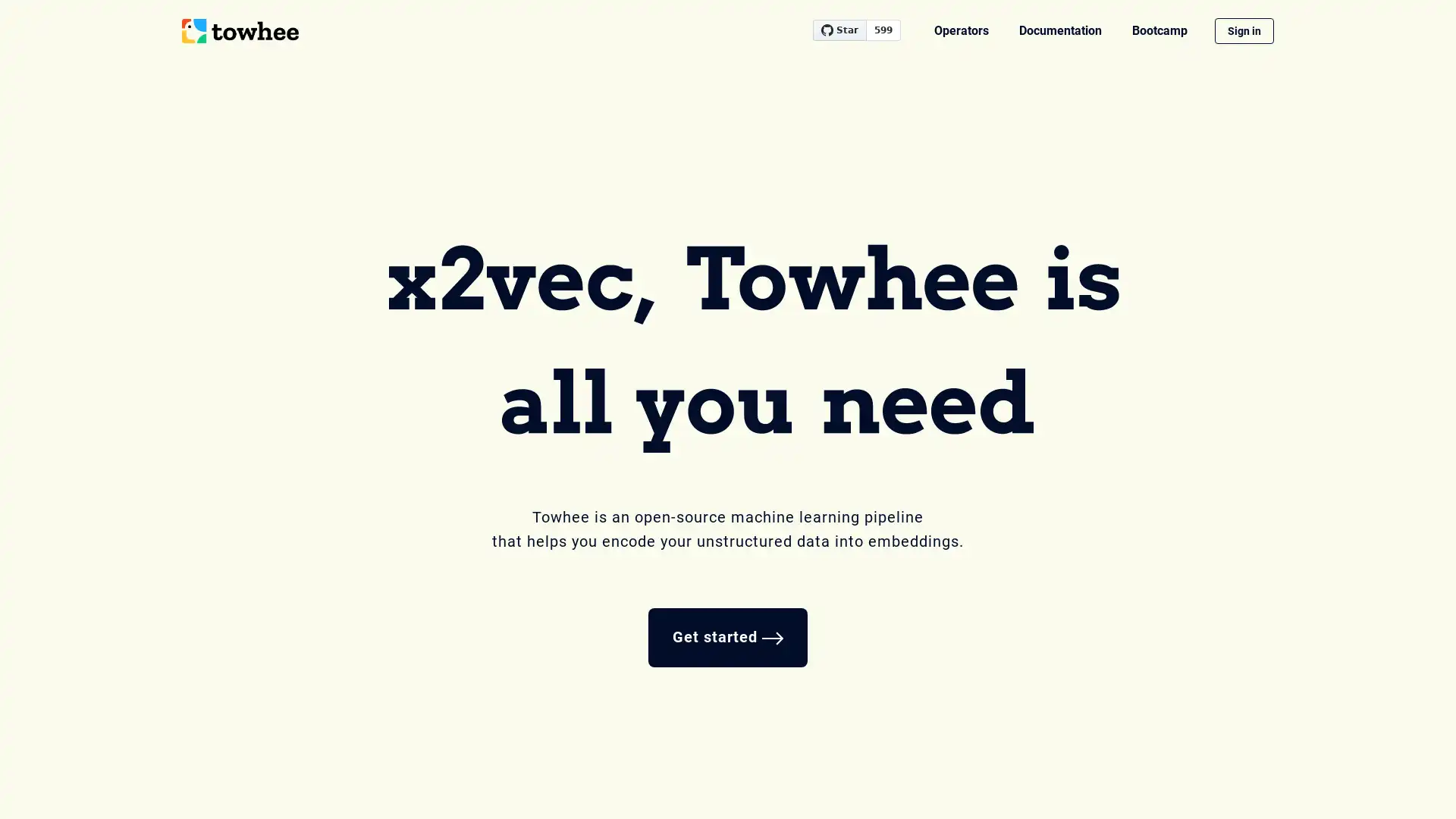 Image resolution: width=1456 pixels, height=819 pixels. Describe the element at coordinates (1244, 31) in the screenshot. I see `Sign in` at that location.